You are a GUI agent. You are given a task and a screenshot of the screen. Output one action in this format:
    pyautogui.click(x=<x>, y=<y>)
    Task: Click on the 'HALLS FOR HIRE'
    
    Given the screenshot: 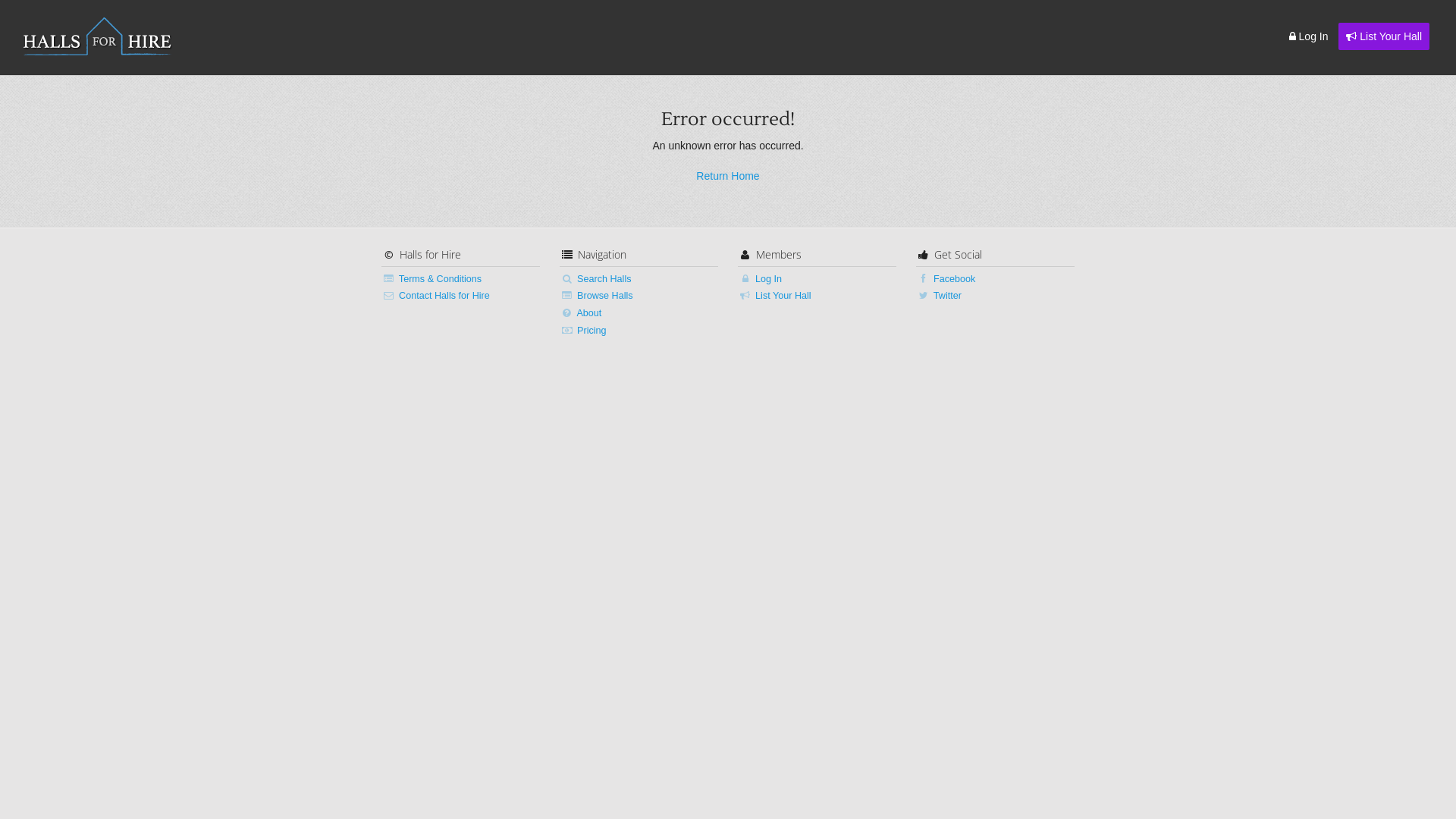 What is the action you would take?
    pyautogui.click(x=22, y=35)
    